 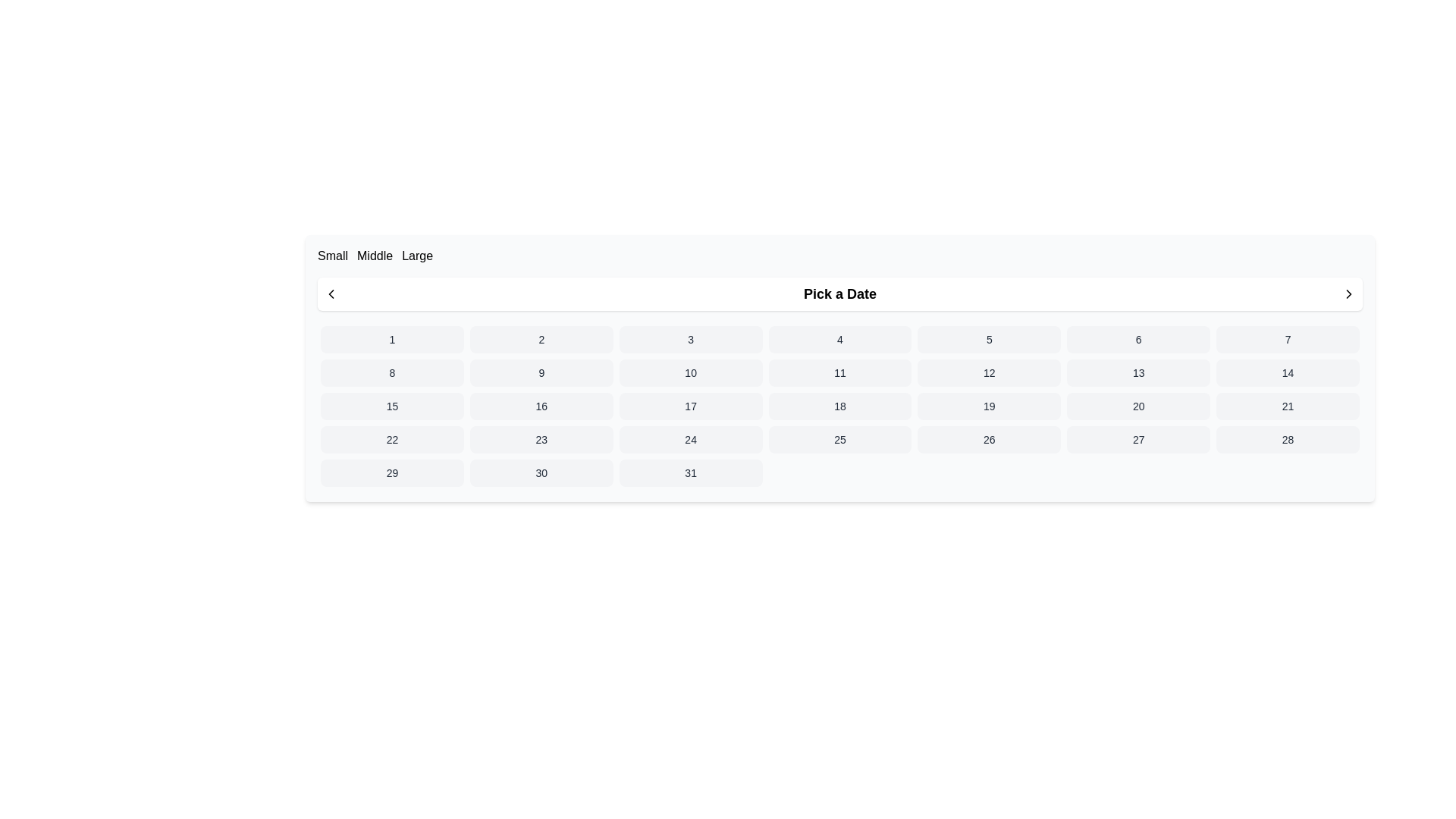 I want to click on the button labeled '24' in the fifth row, third column of the date picker interface for keyboard navigation, so click(x=690, y=439).